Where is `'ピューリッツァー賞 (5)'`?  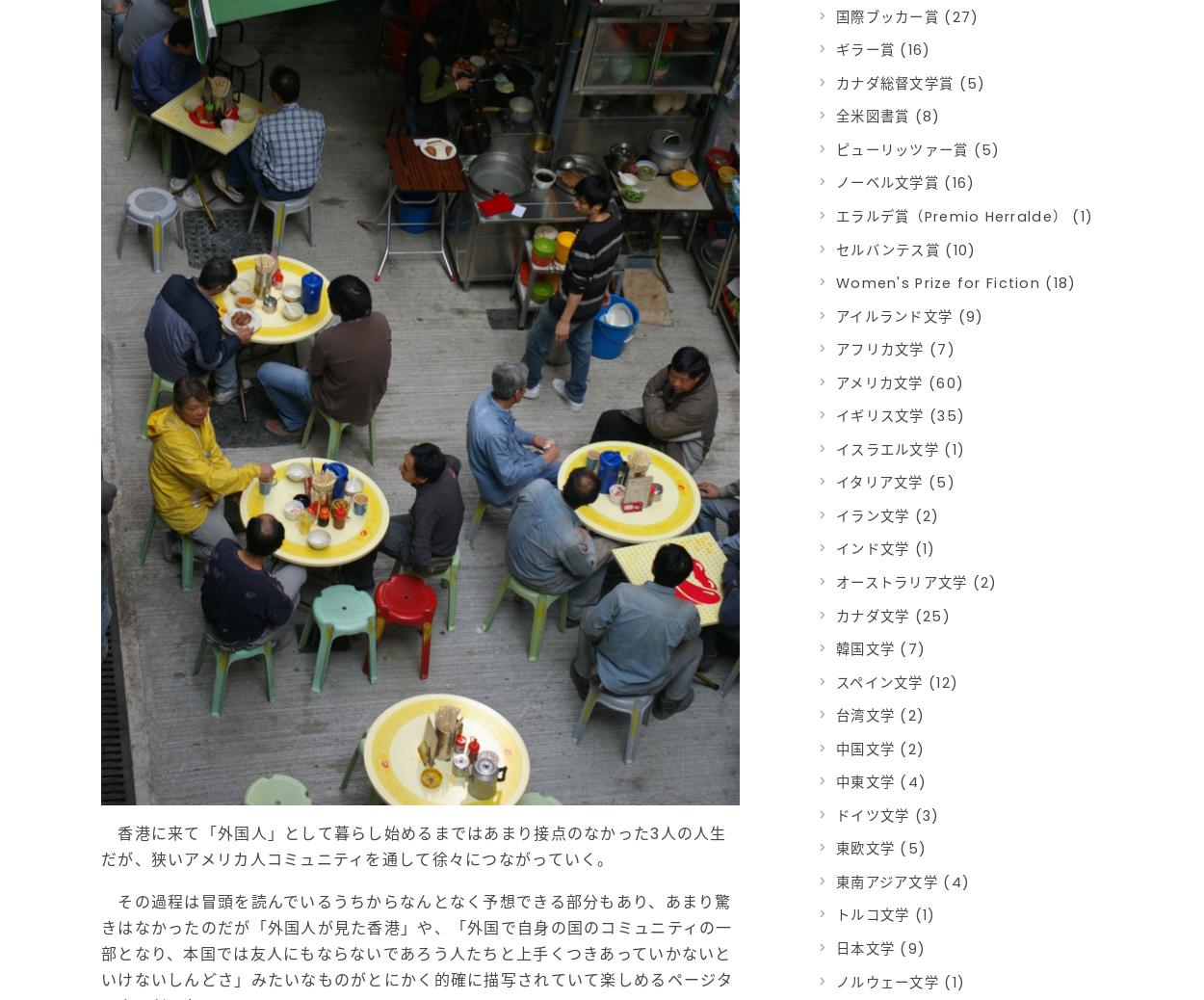
'ピューリッツァー賞 (5)' is located at coordinates (835, 147).